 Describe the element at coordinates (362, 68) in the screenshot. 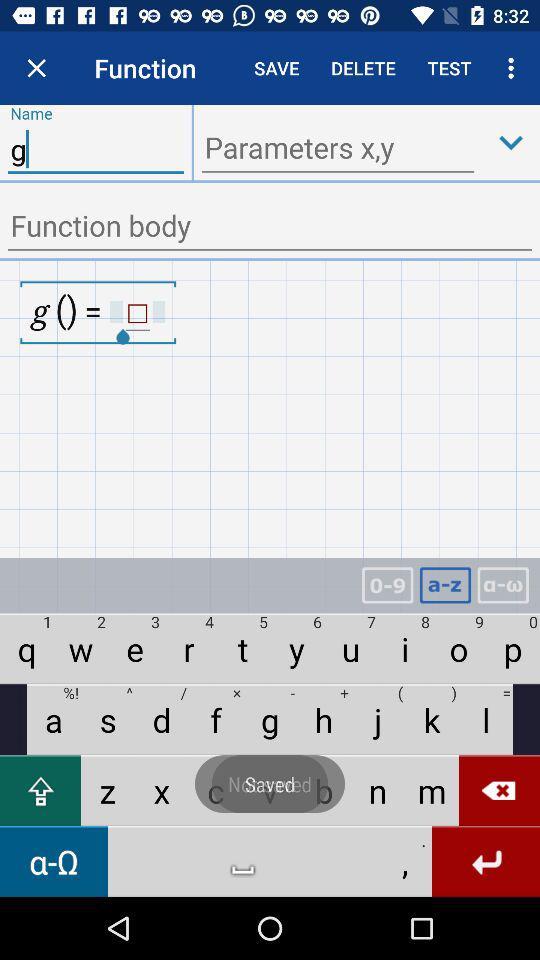

I see `text called delete` at that location.